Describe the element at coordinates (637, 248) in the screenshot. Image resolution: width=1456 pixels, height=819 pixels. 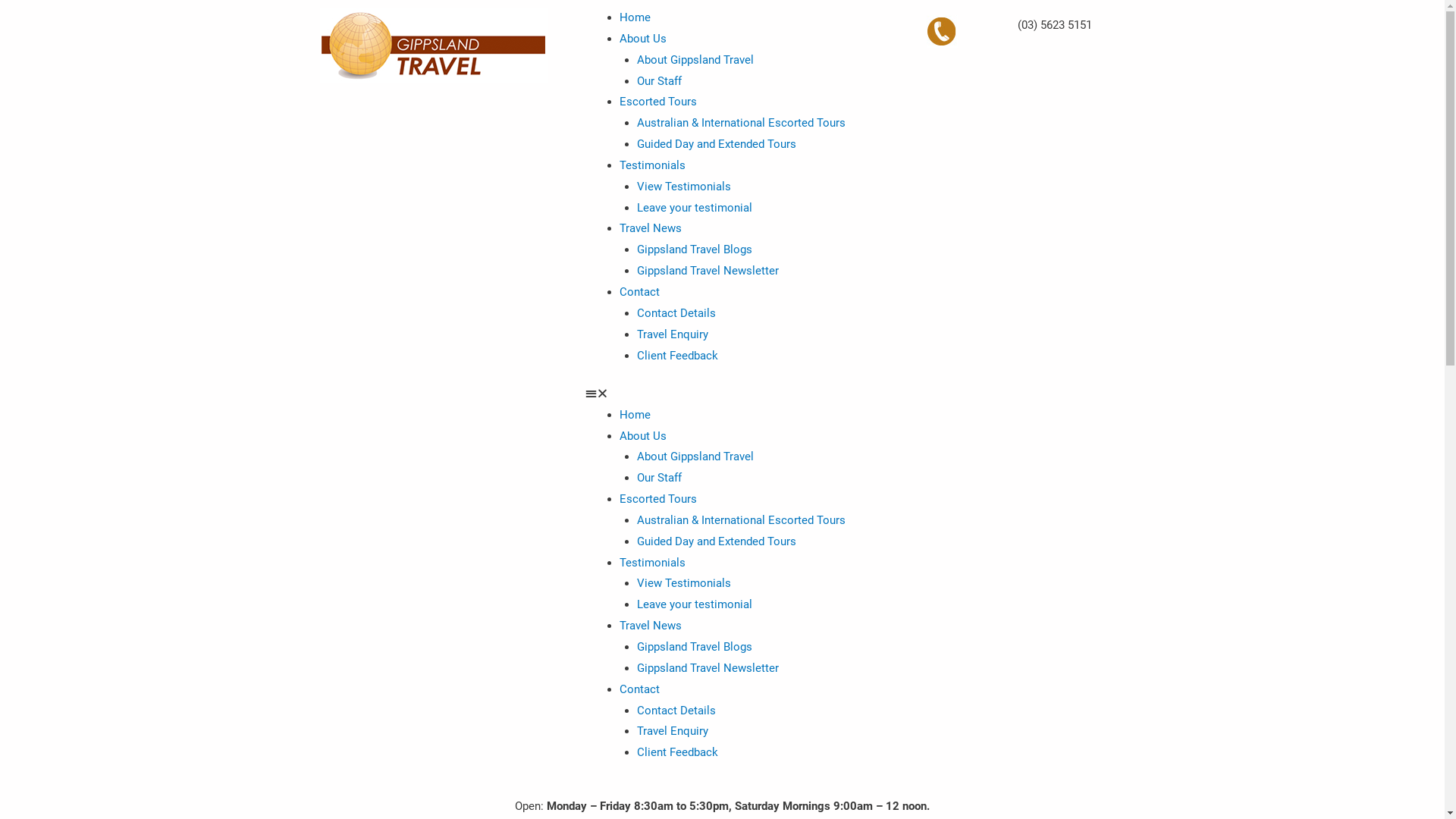
I see `'Gippsland Travel Blogs'` at that location.